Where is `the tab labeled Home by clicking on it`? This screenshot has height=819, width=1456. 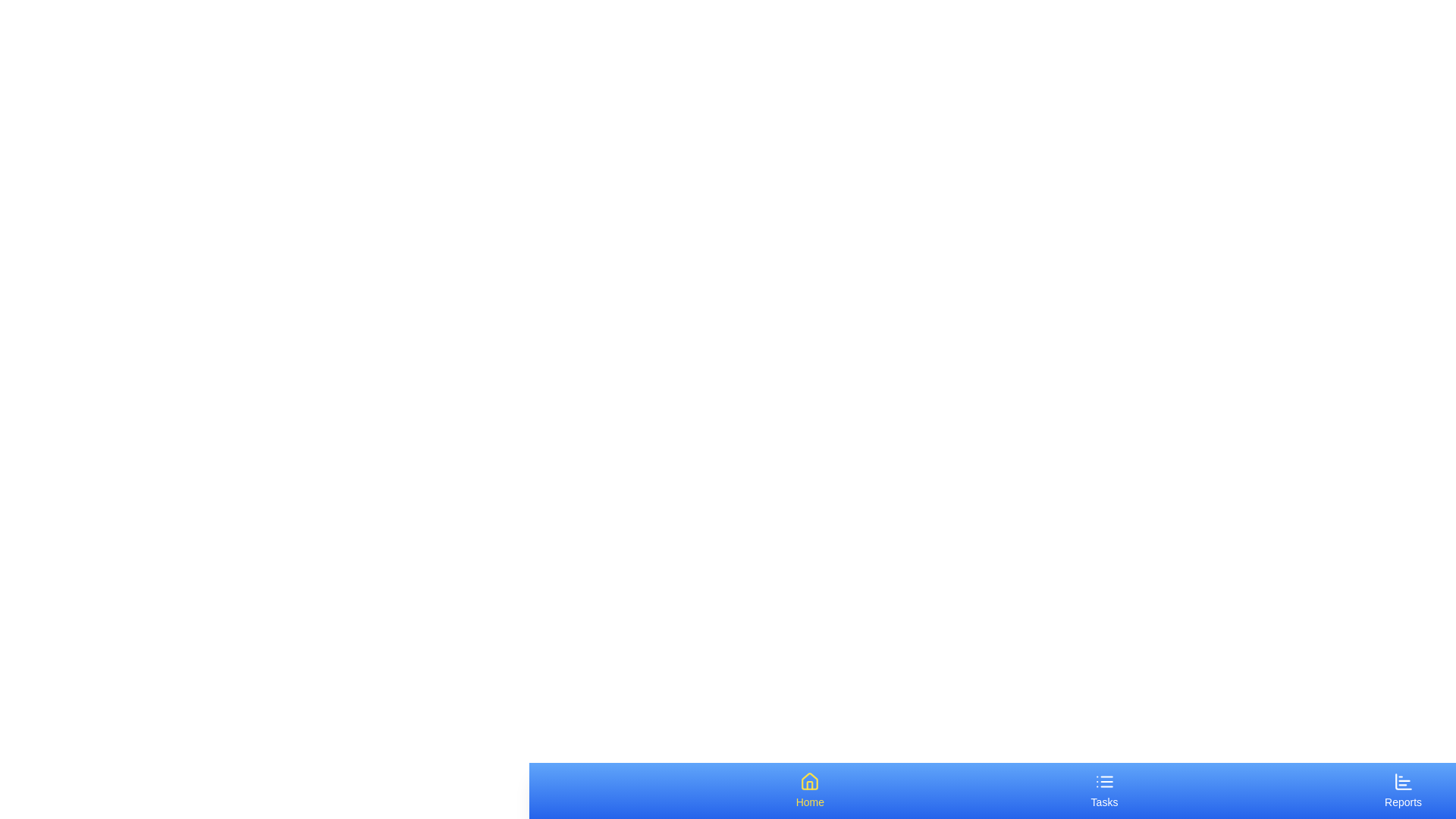 the tab labeled Home by clicking on it is located at coordinates (809, 789).